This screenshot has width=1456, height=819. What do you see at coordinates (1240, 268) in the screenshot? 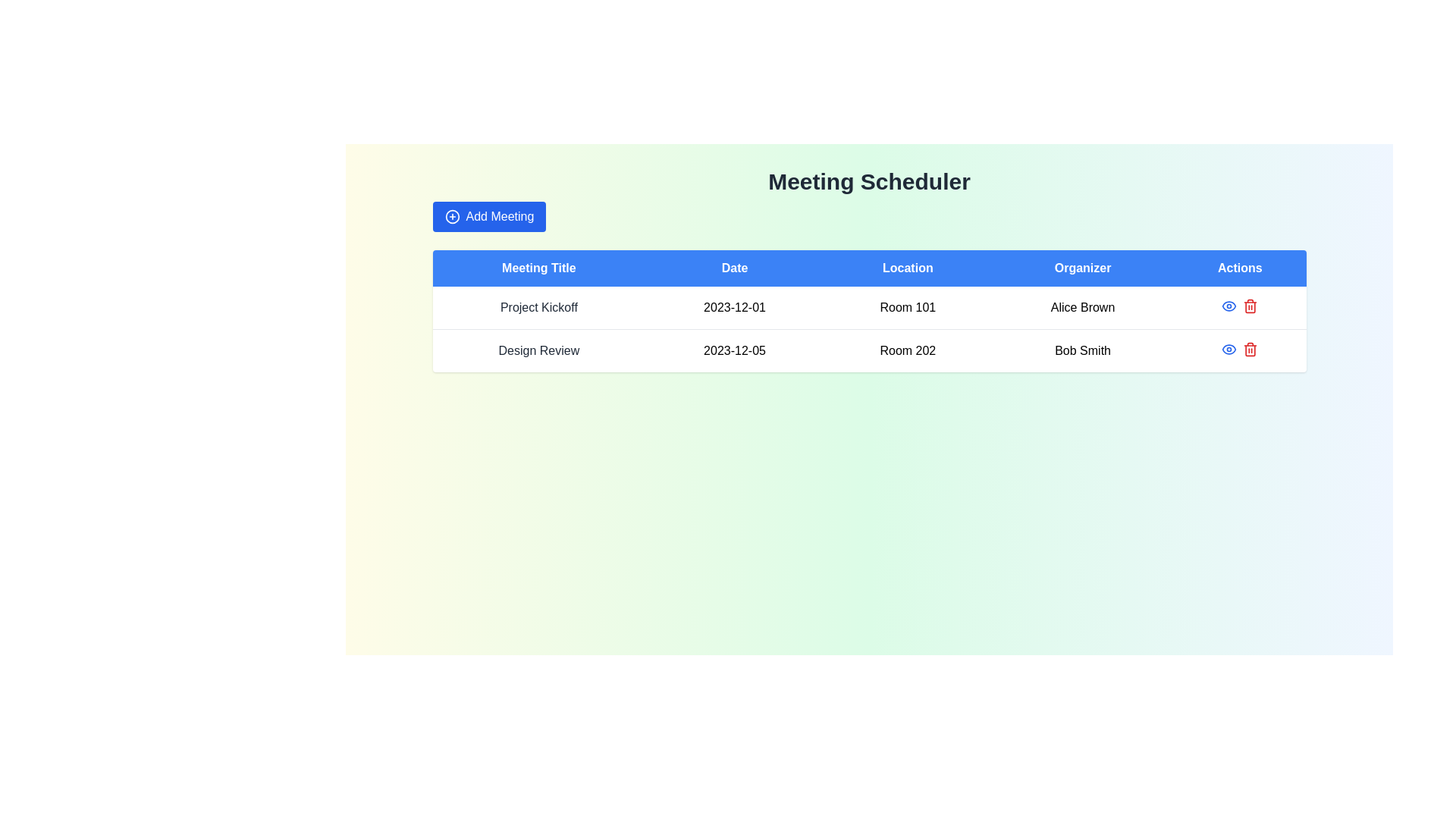
I see `the 'Actions' column header in the table, which is located at the top-right corner of the header section` at bounding box center [1240, 268].